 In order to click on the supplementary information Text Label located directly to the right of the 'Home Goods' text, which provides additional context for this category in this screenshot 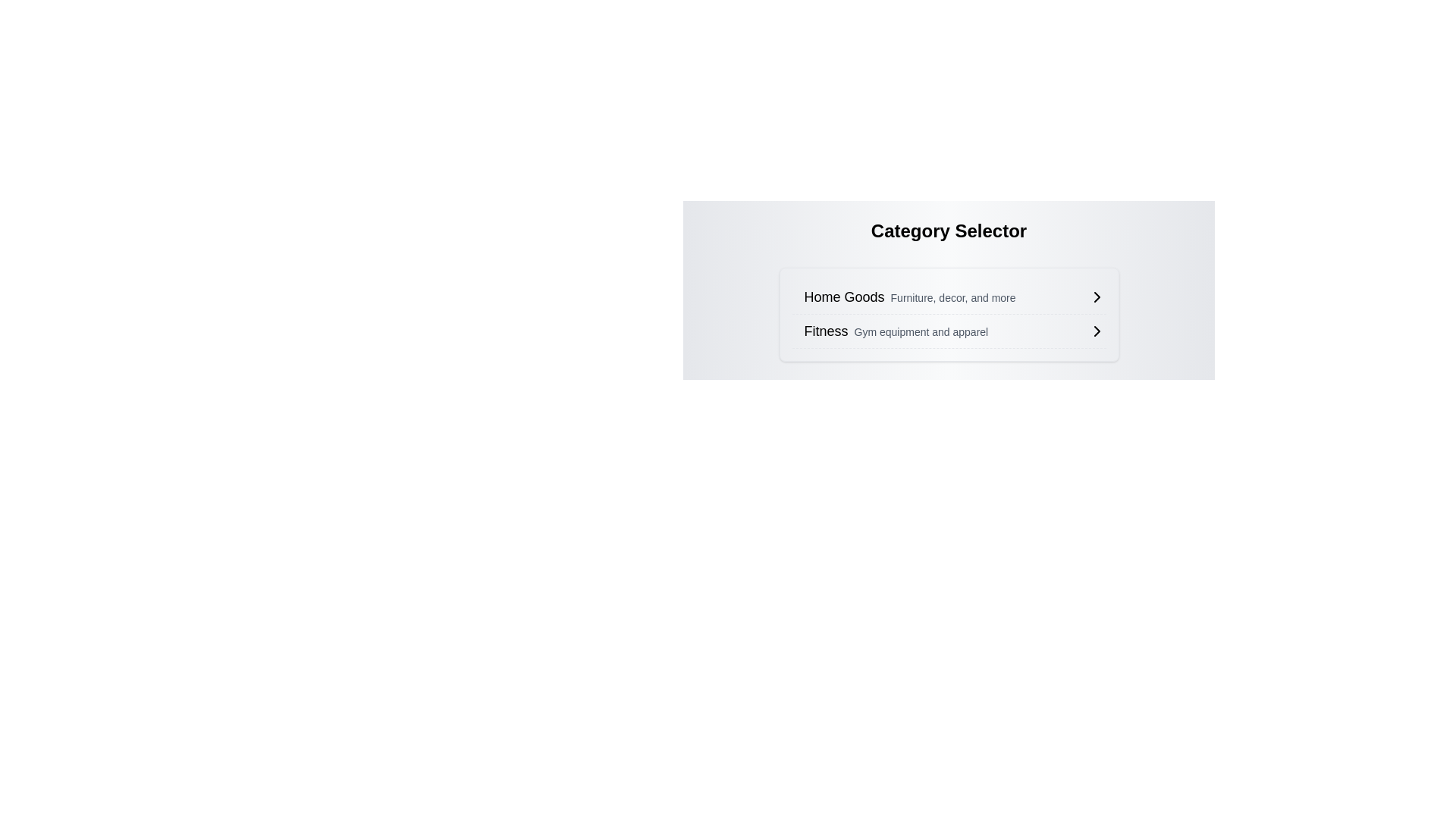, I will do `click(952, 298)`.